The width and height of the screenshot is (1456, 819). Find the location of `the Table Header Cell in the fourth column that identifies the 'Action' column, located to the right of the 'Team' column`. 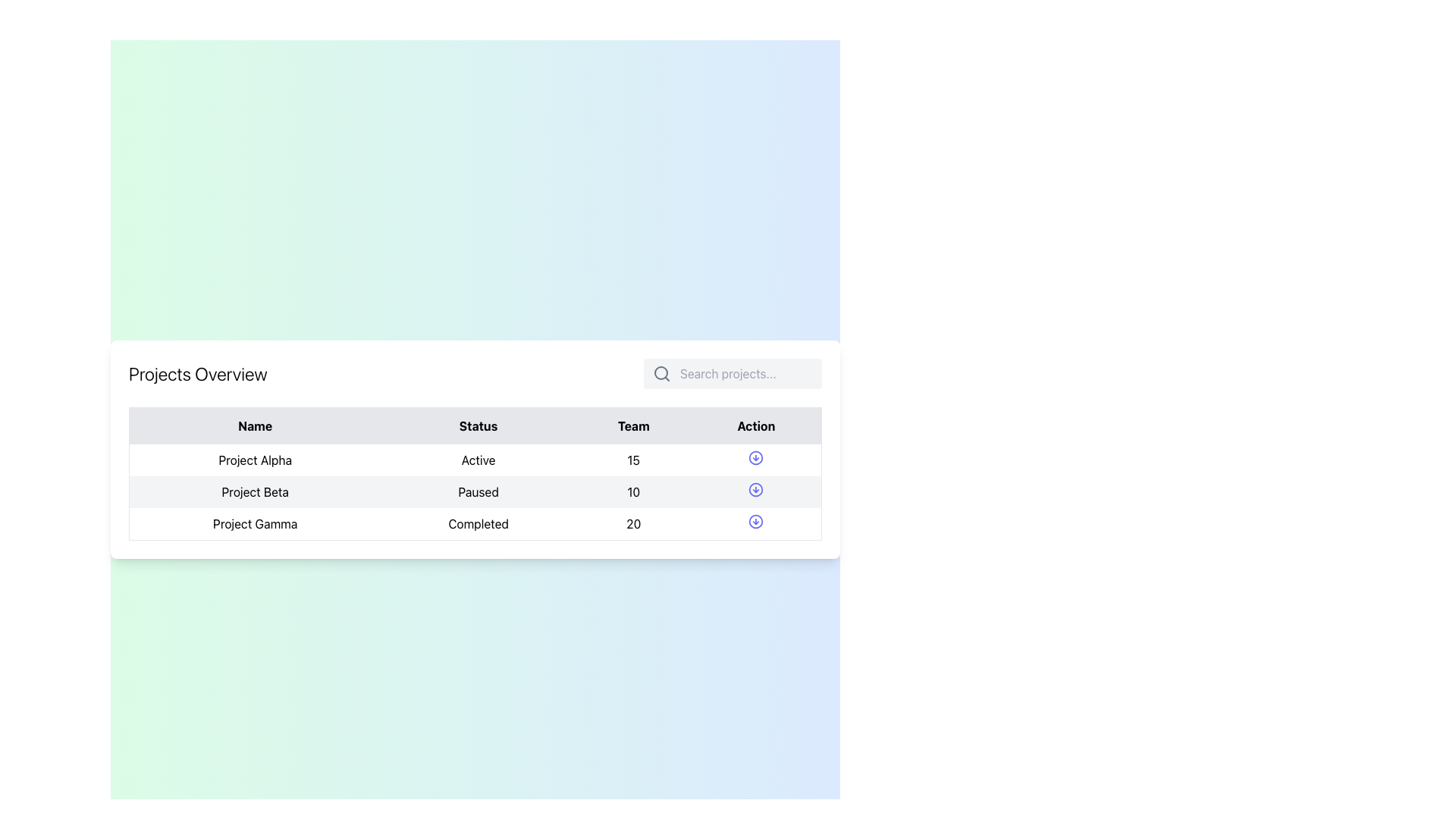

the Table Header Cell in the fourth column that identifies the 'Action' column, located to the right of the 'Team' column is located at coordinates (756, 425).